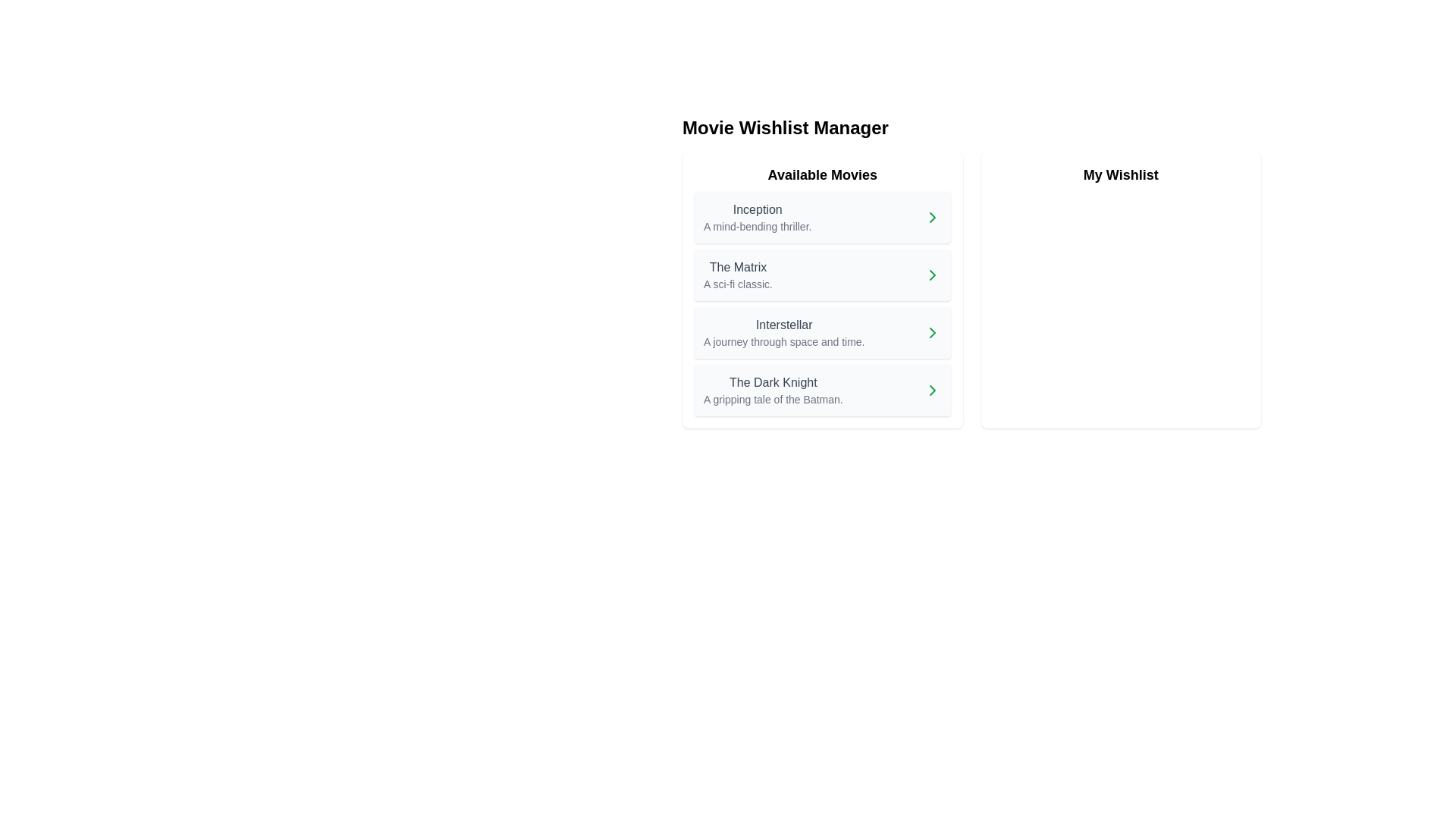 The width and height of the screenshot is (1456, 819). Describe the element at coordinates (821, 217) in the screenshot. I see `the selectable movie item titled 'Inception' in the 'Available Movies' section` at that location.